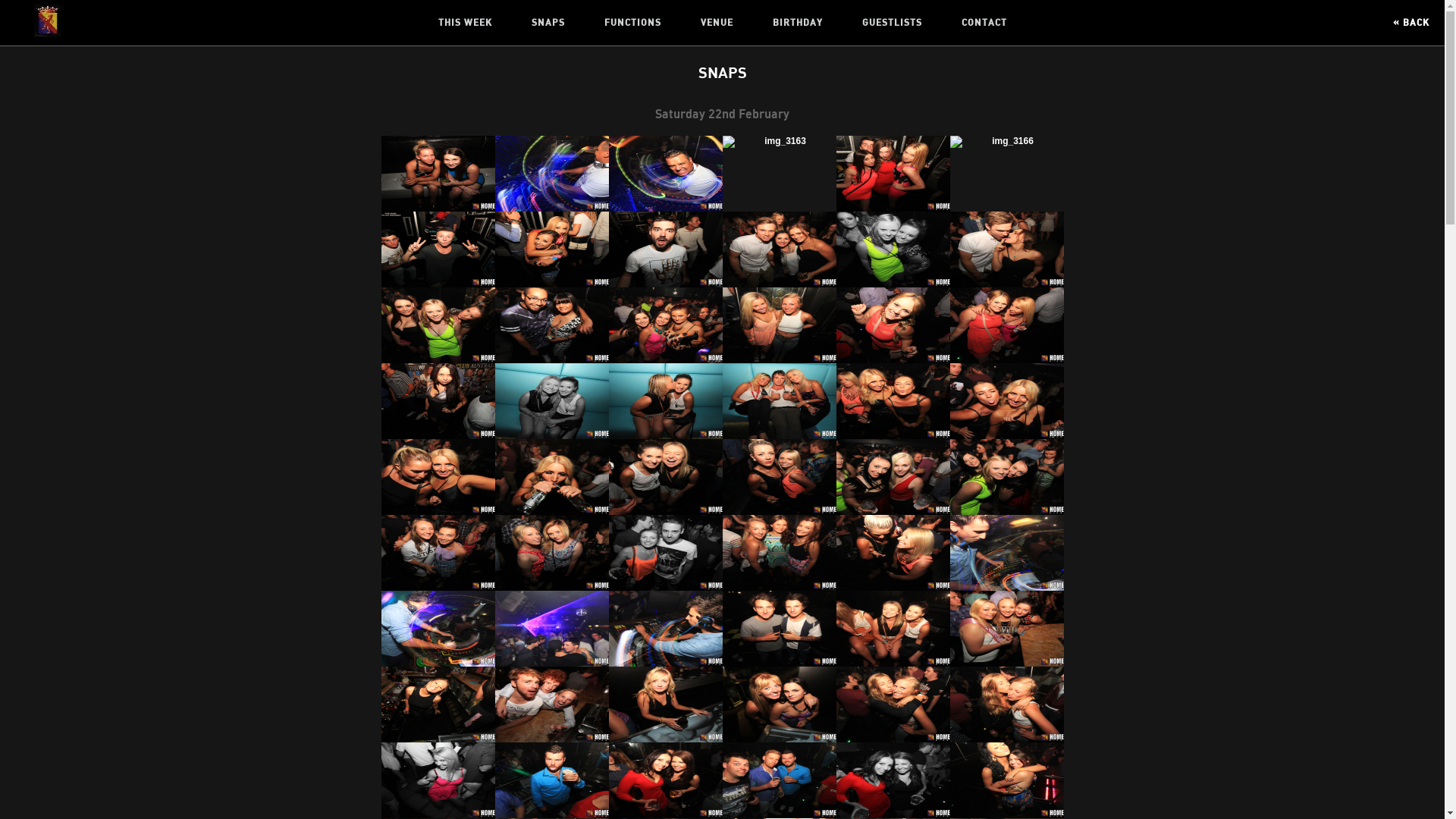  I want to click on ' ', so click(665, 324).